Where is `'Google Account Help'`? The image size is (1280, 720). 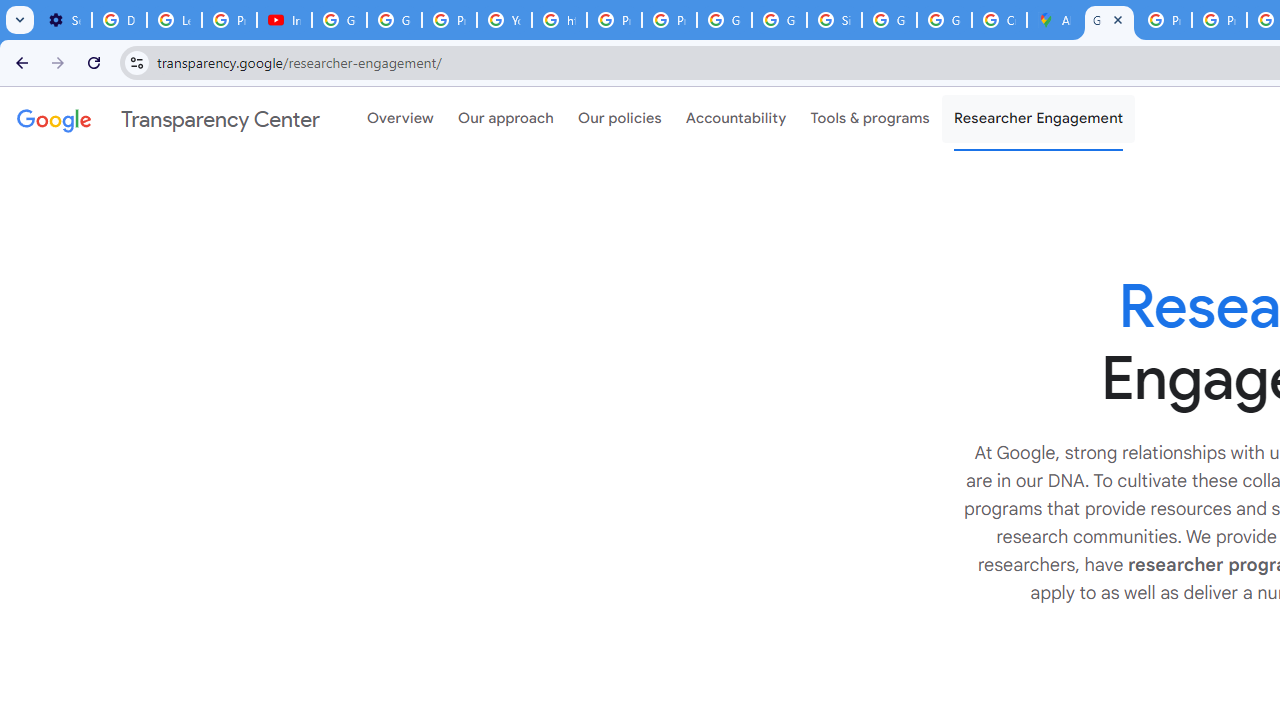 'Google Account Help' is located at coordinates (339, 20).